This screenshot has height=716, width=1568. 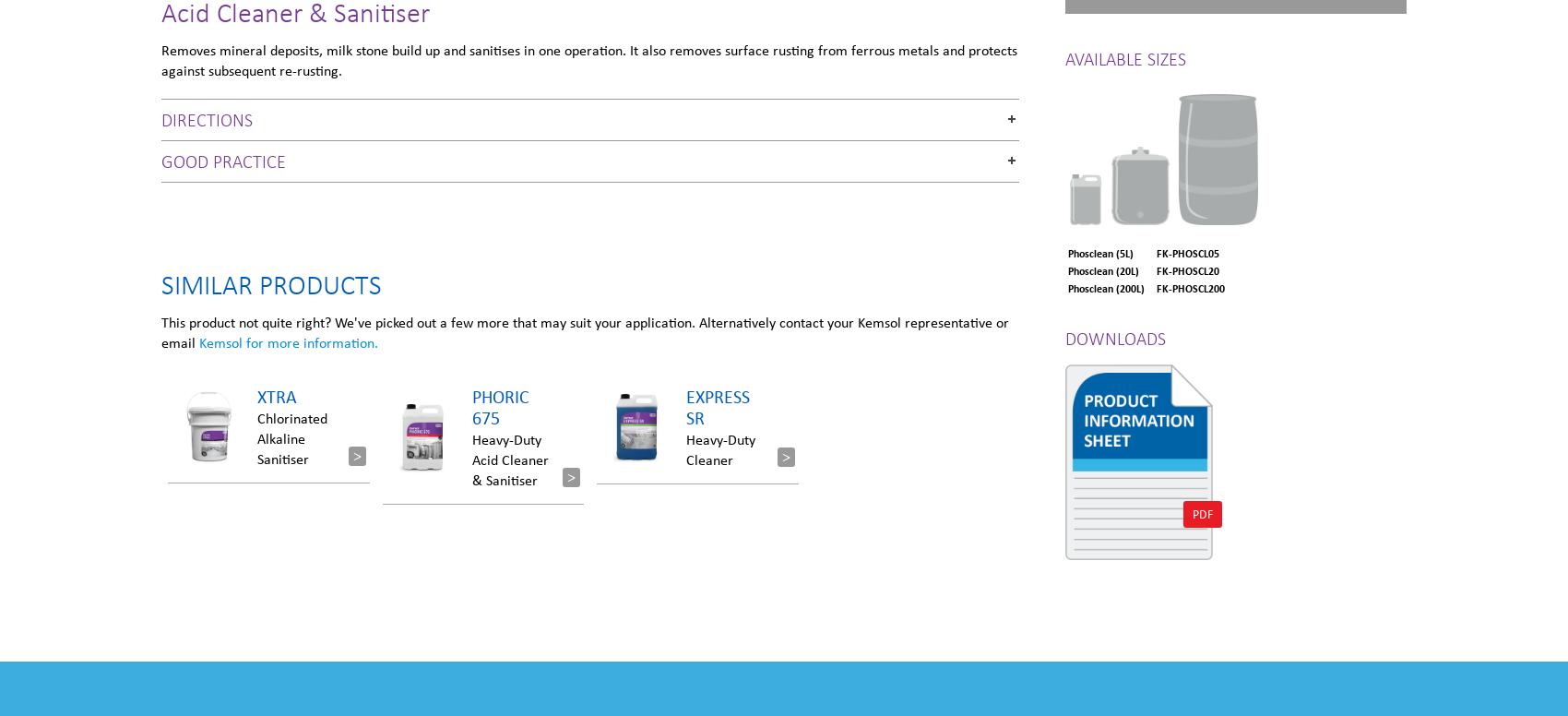 What do you see at coordinates (1105, 287) in the screenshot?
I see `'Phosclean (200L)'` at bounding box center [1105, 287].